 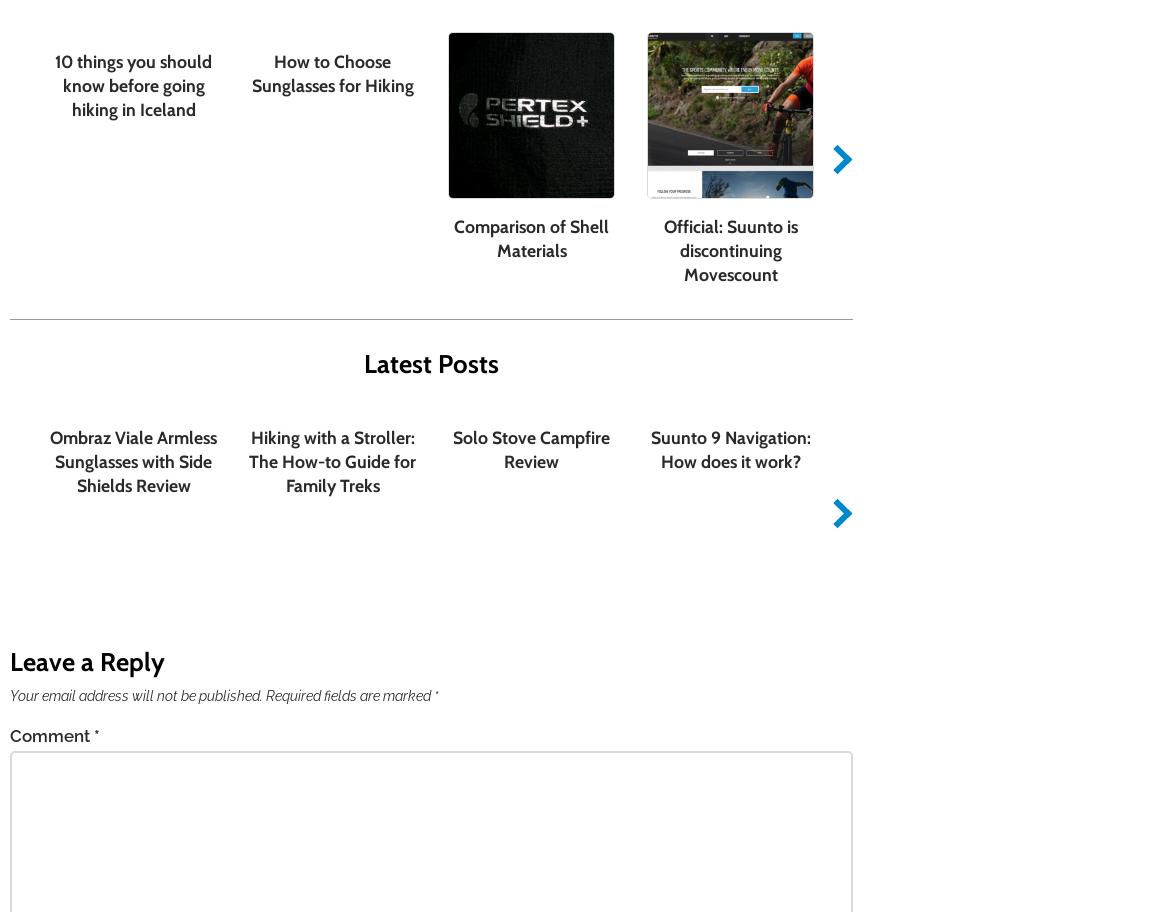 I want to click on '10 things you should know before going hiking in Iceland', so click(x=132, y=84).